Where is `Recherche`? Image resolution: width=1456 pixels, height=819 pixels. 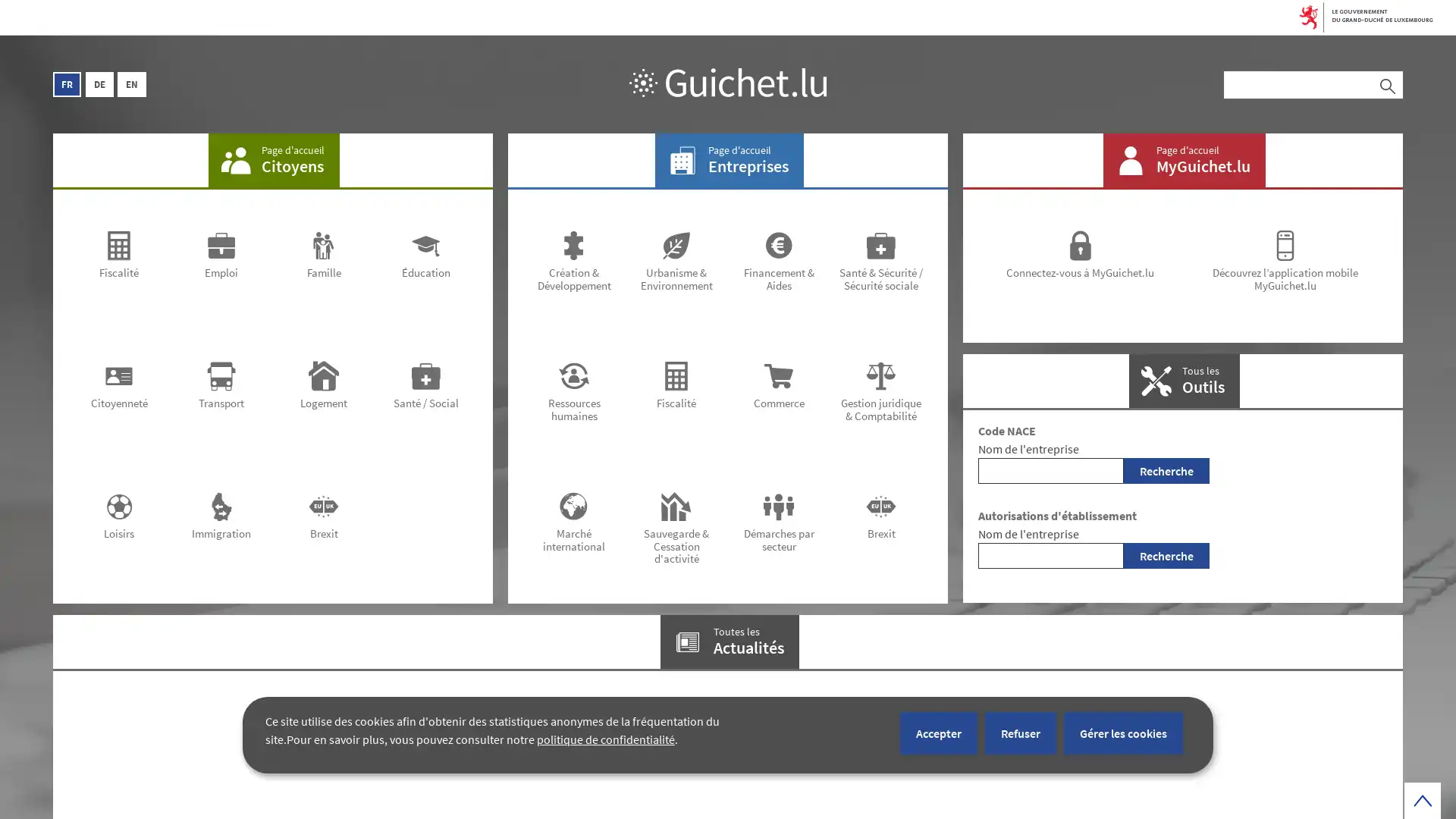 Recherche is located at coordinates (1165, 555).